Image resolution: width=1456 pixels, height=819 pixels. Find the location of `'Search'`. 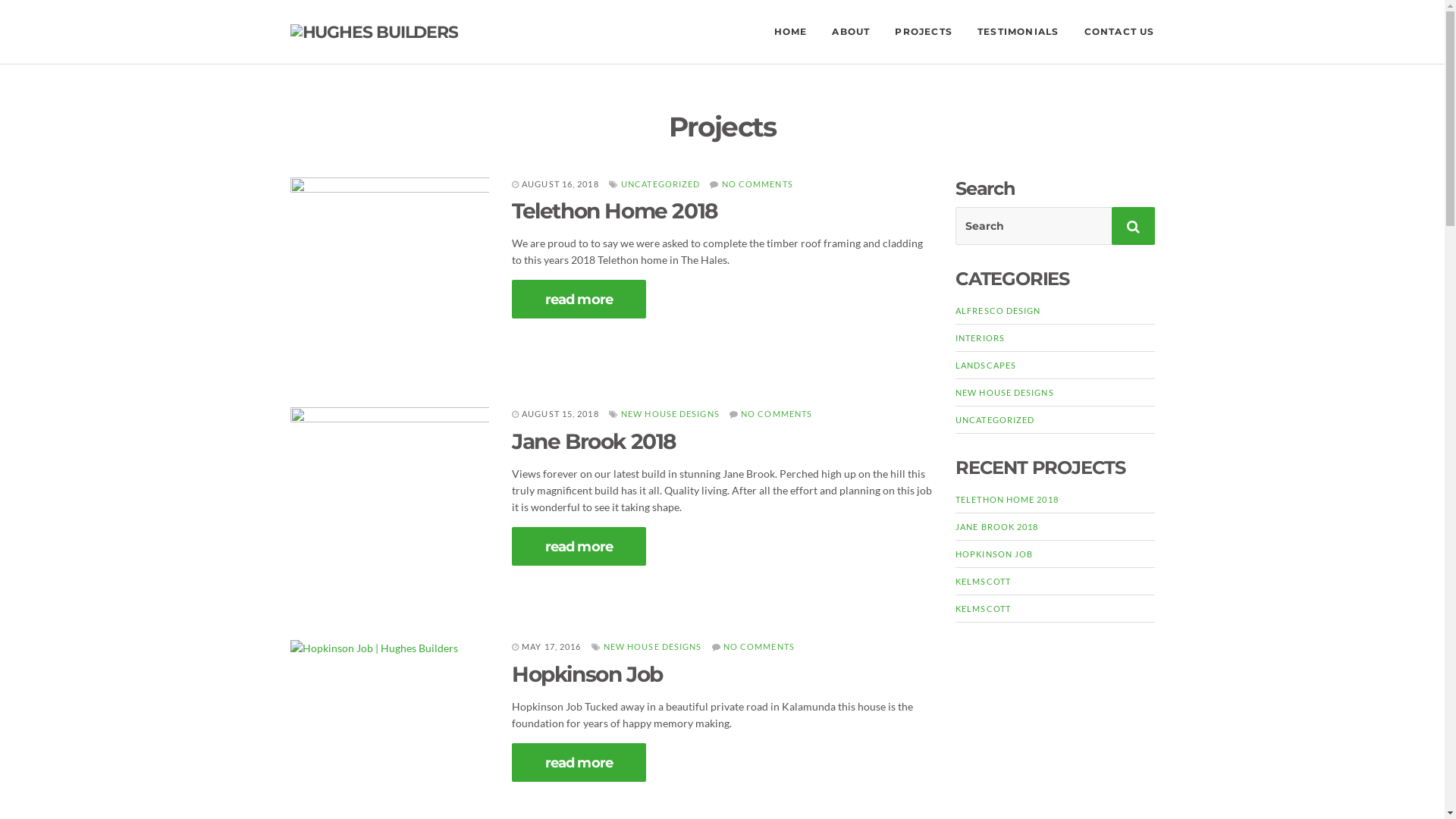

'Search' is located at coordinates (1132, 225).